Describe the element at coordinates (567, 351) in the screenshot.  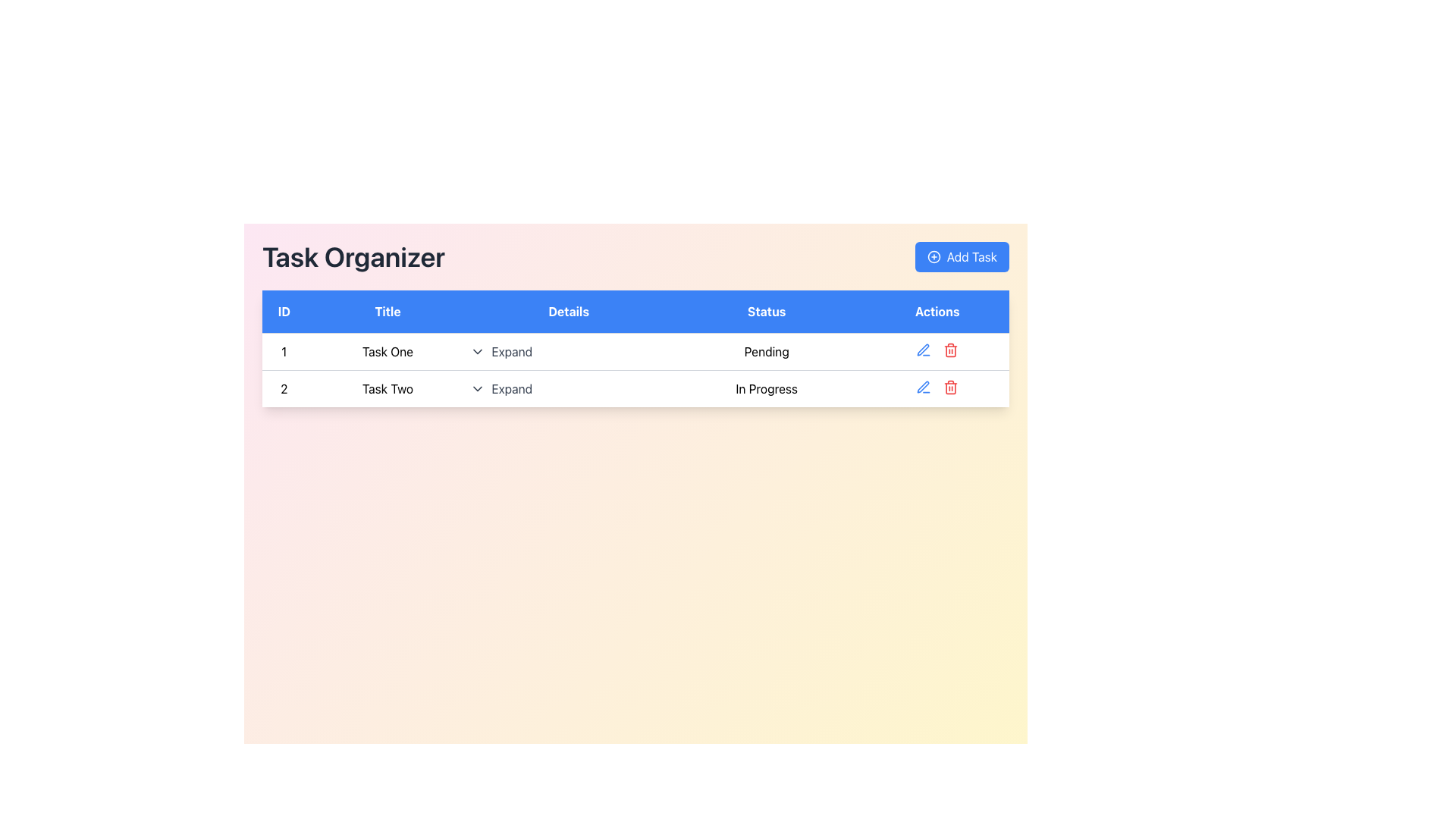
I see `the Dropdown indicator in the first row of the 'Details' column` at that location.